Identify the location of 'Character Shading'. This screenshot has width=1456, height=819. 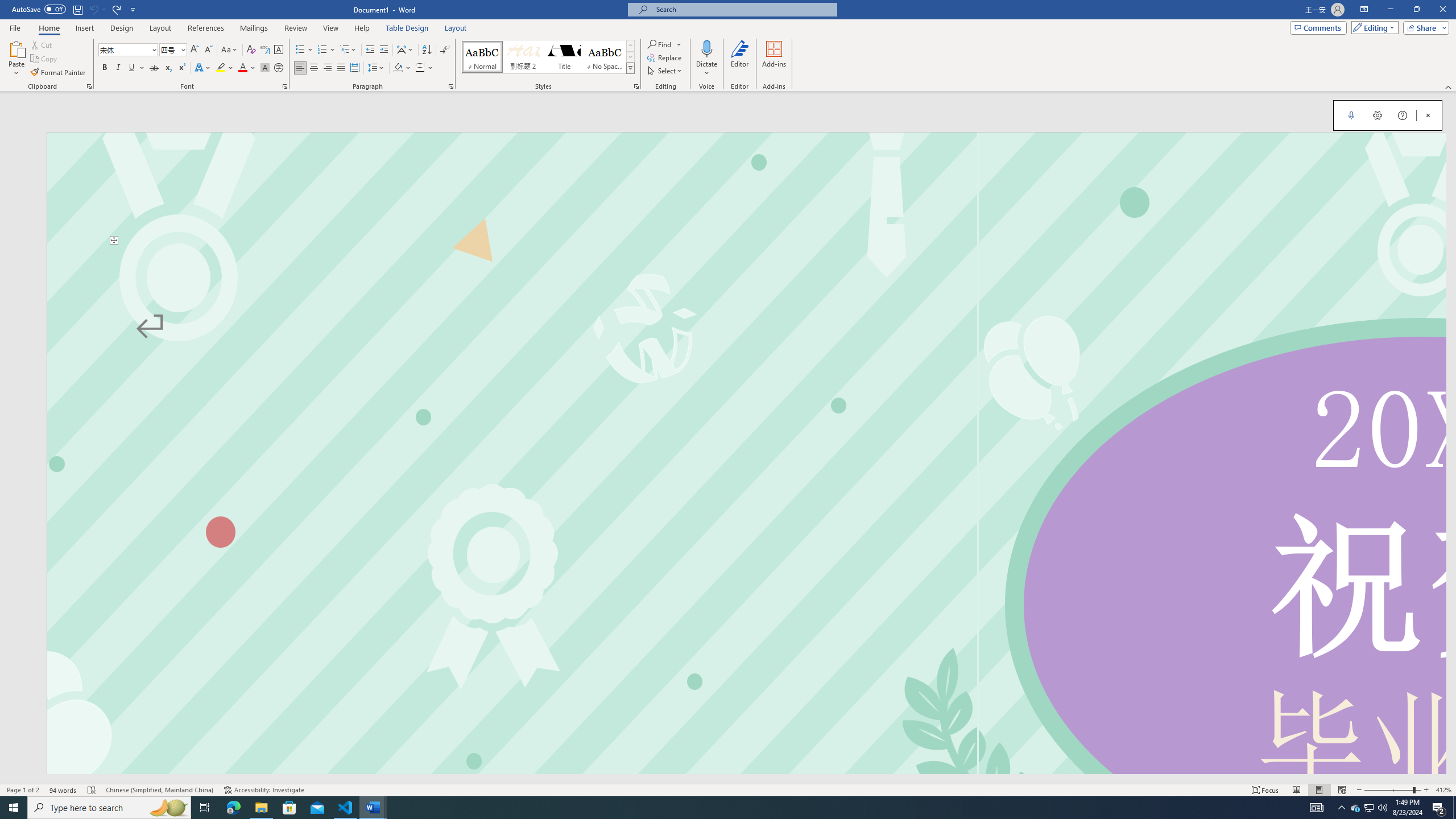
(264, 67).